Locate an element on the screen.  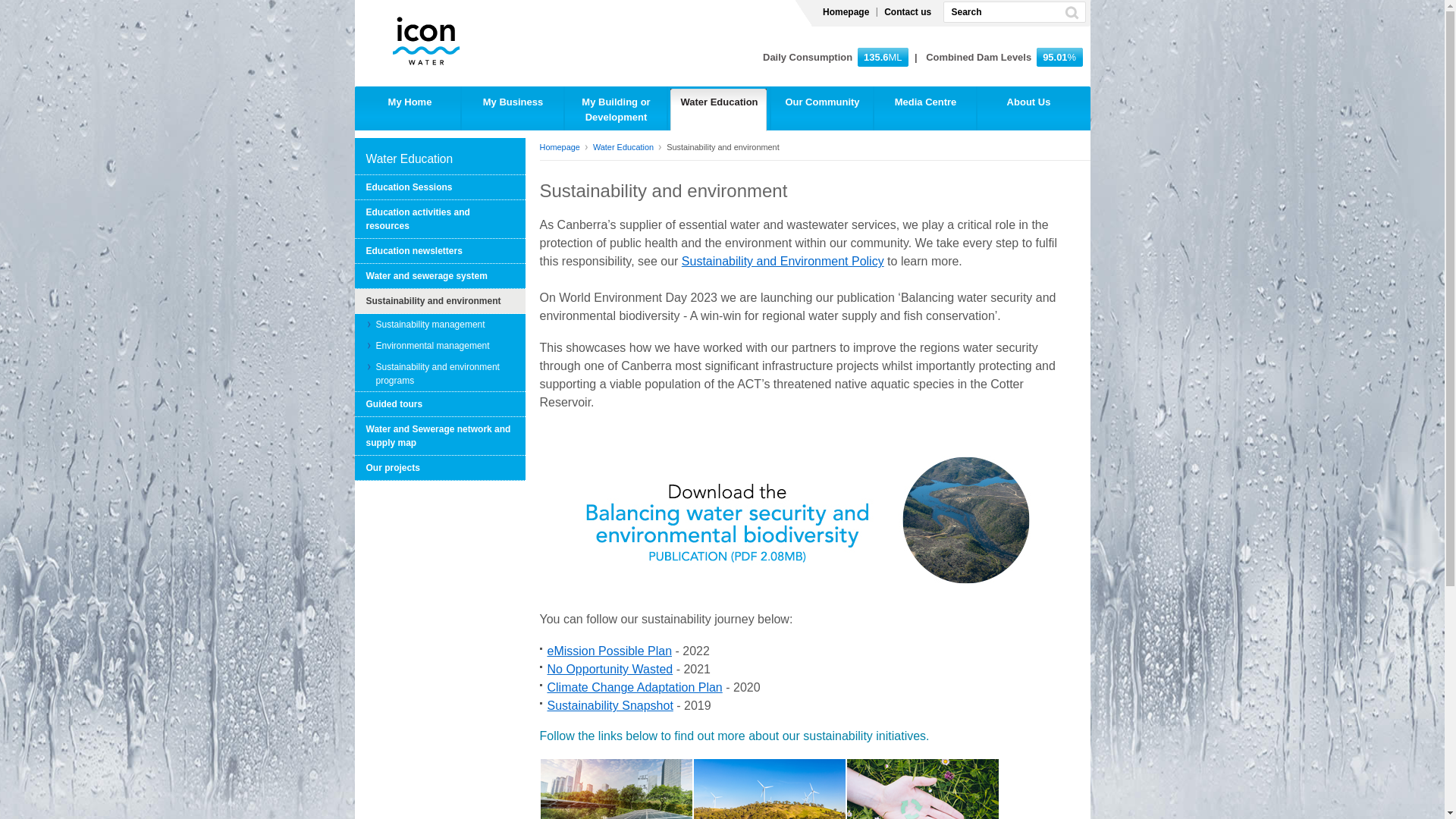
'Environmental management' is located at coordinates (439, 345).